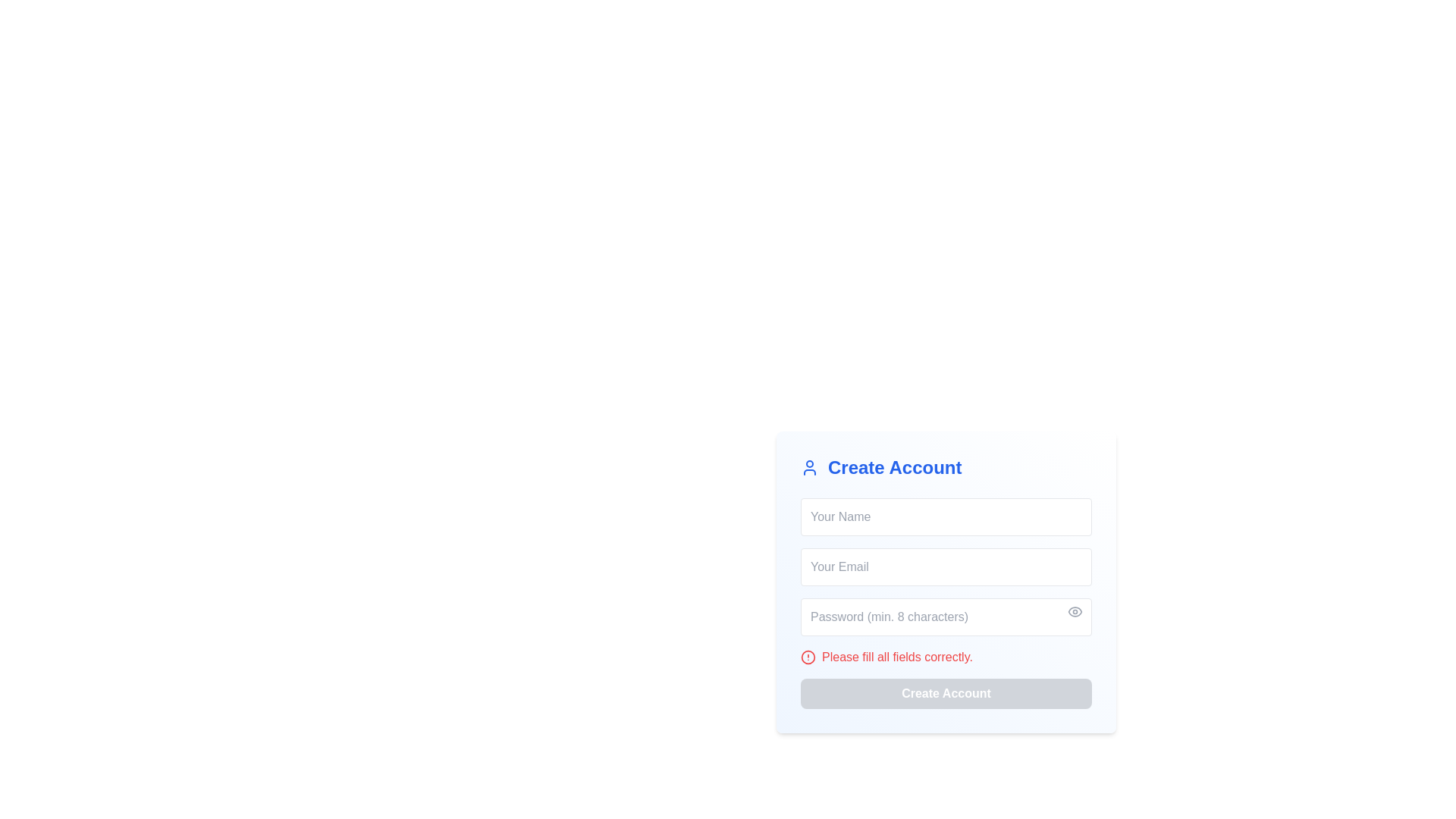 The height and width of the screenshot is (819, 1456). What do you see at coordinates (946, 693) in the screenshot?
I see `the submit button for account creation, which is currently disabled and located at the bottom of the form layout, beneath the error message 'Please fill all fields correctly.'` at bounding box center [946, 693].